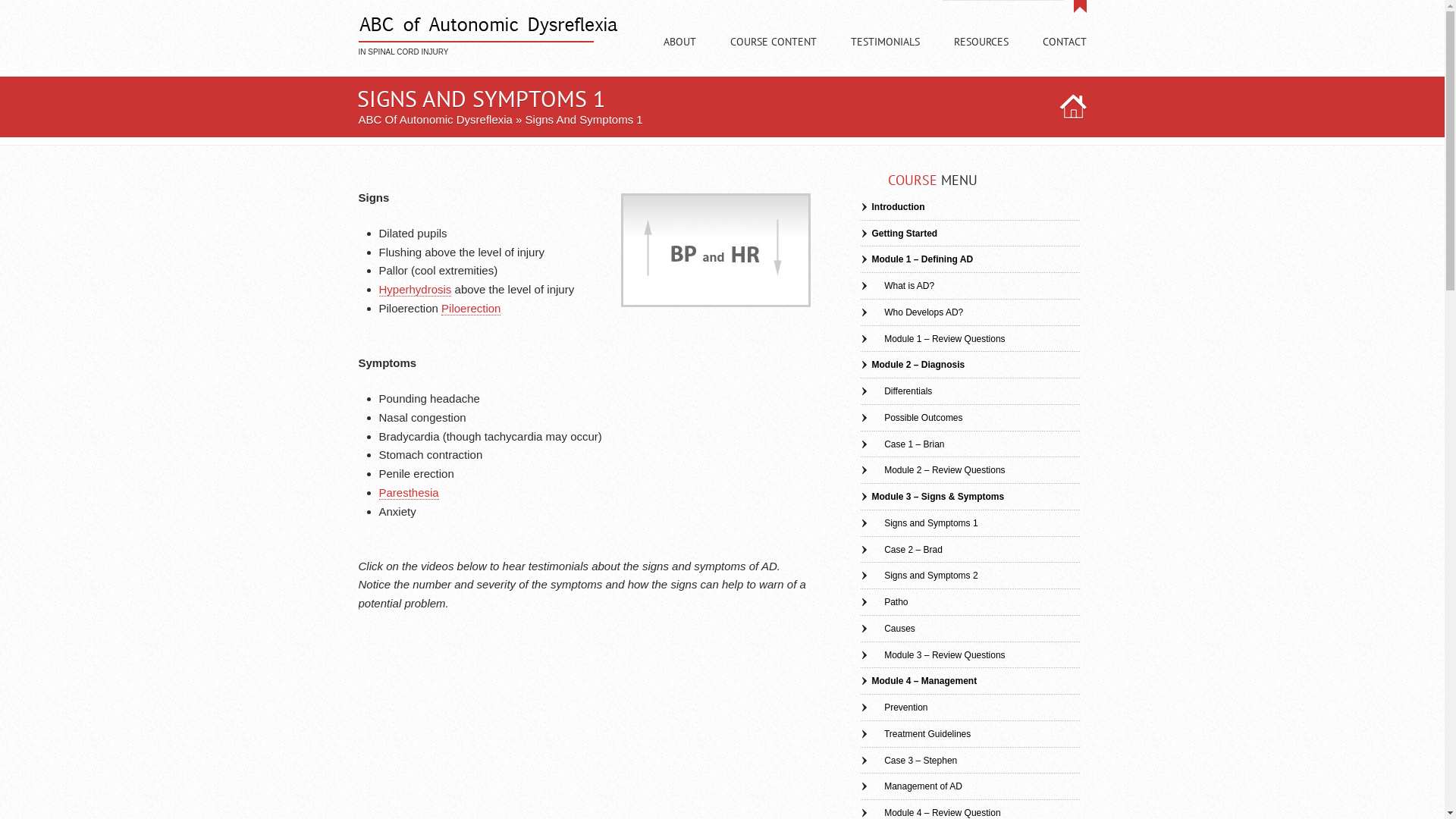  I want to click on '     Treatment Guidelines', so click(914, 733).